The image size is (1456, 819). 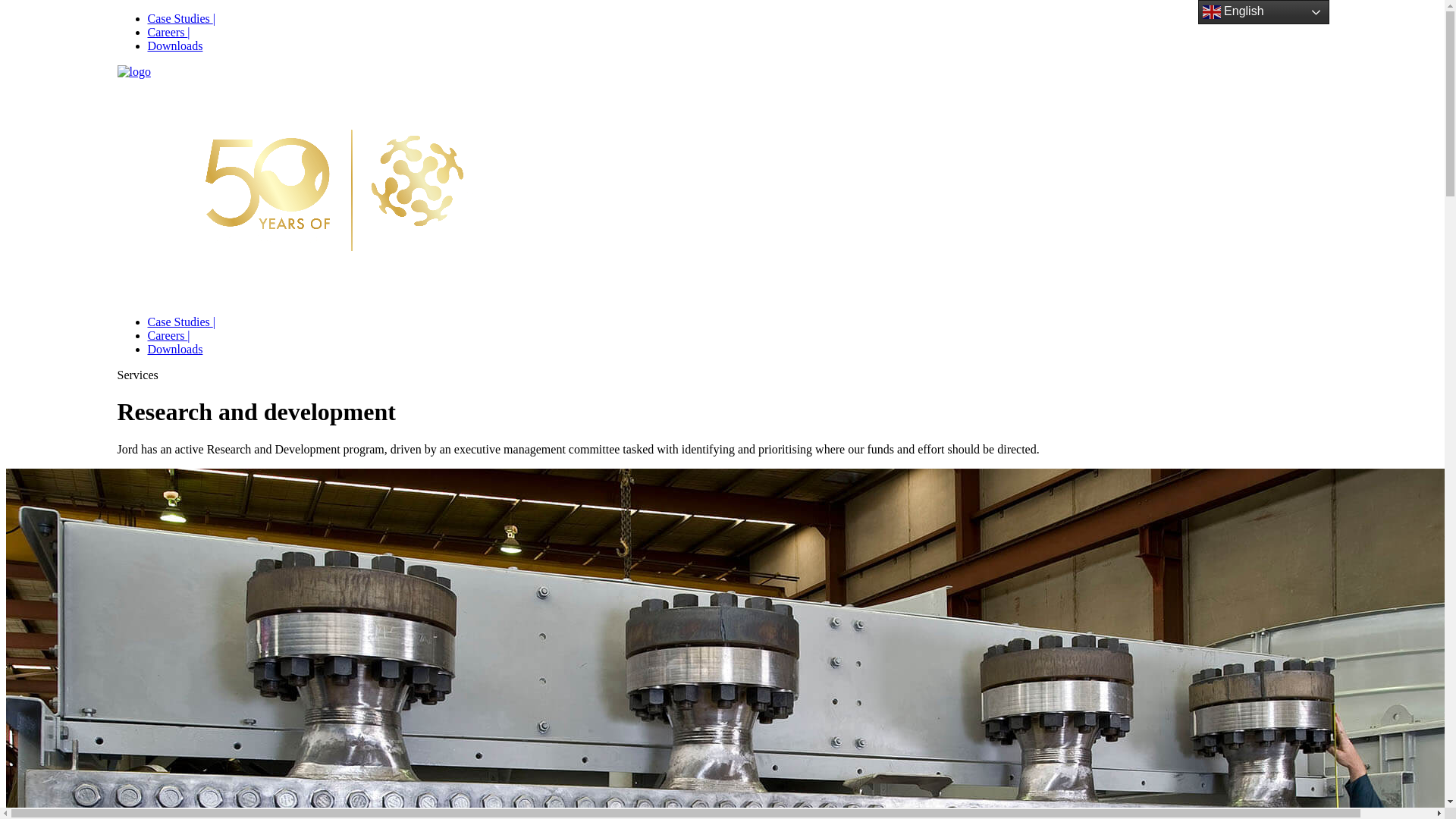 What do you see at coordinates (146, 349) in the screenshot?
I see `'Downloads'` at bounding box center [146, 349].